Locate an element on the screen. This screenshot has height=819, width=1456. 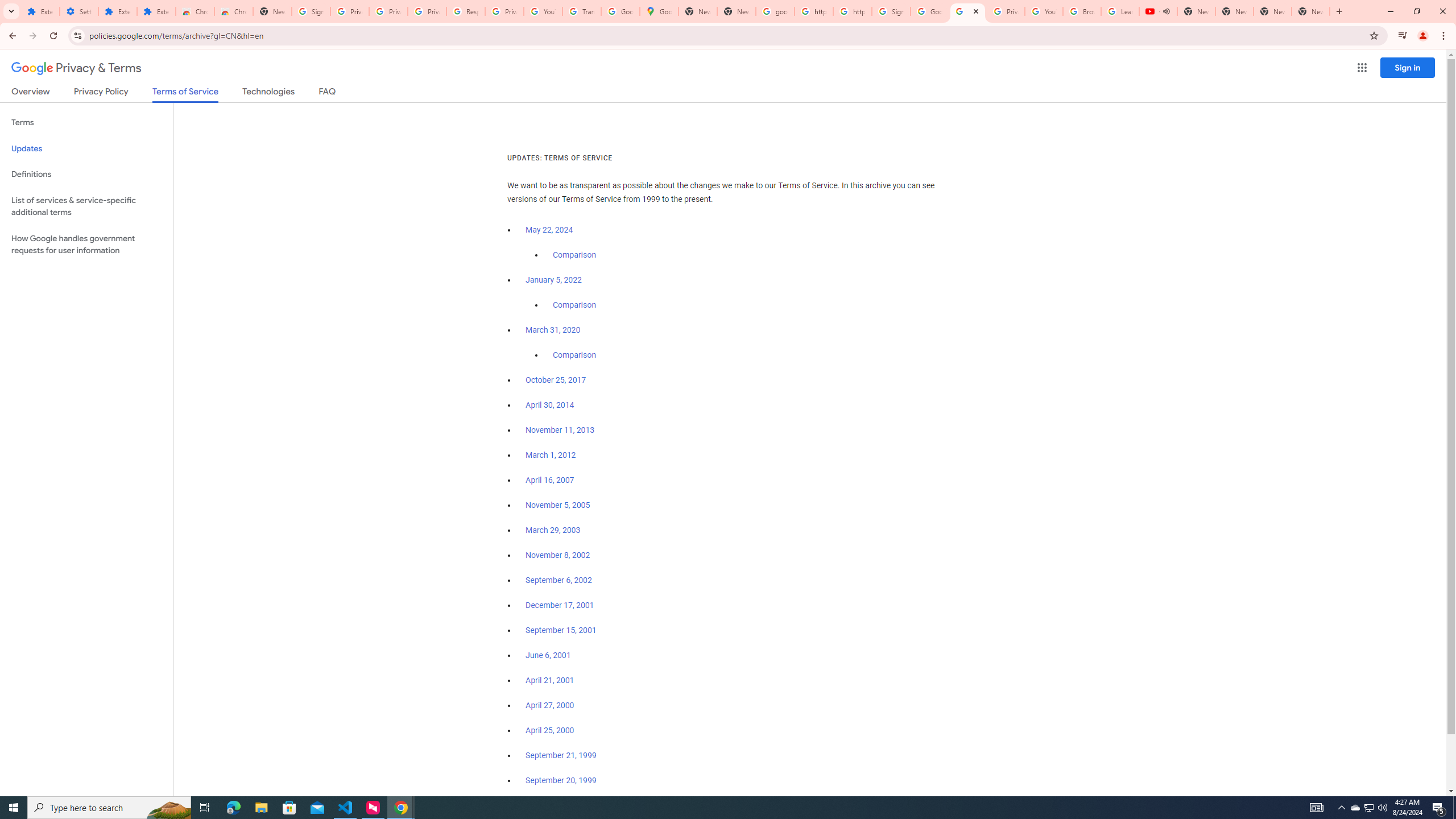
'https://scholar.google.com/' is located at coordinates (813, 11).